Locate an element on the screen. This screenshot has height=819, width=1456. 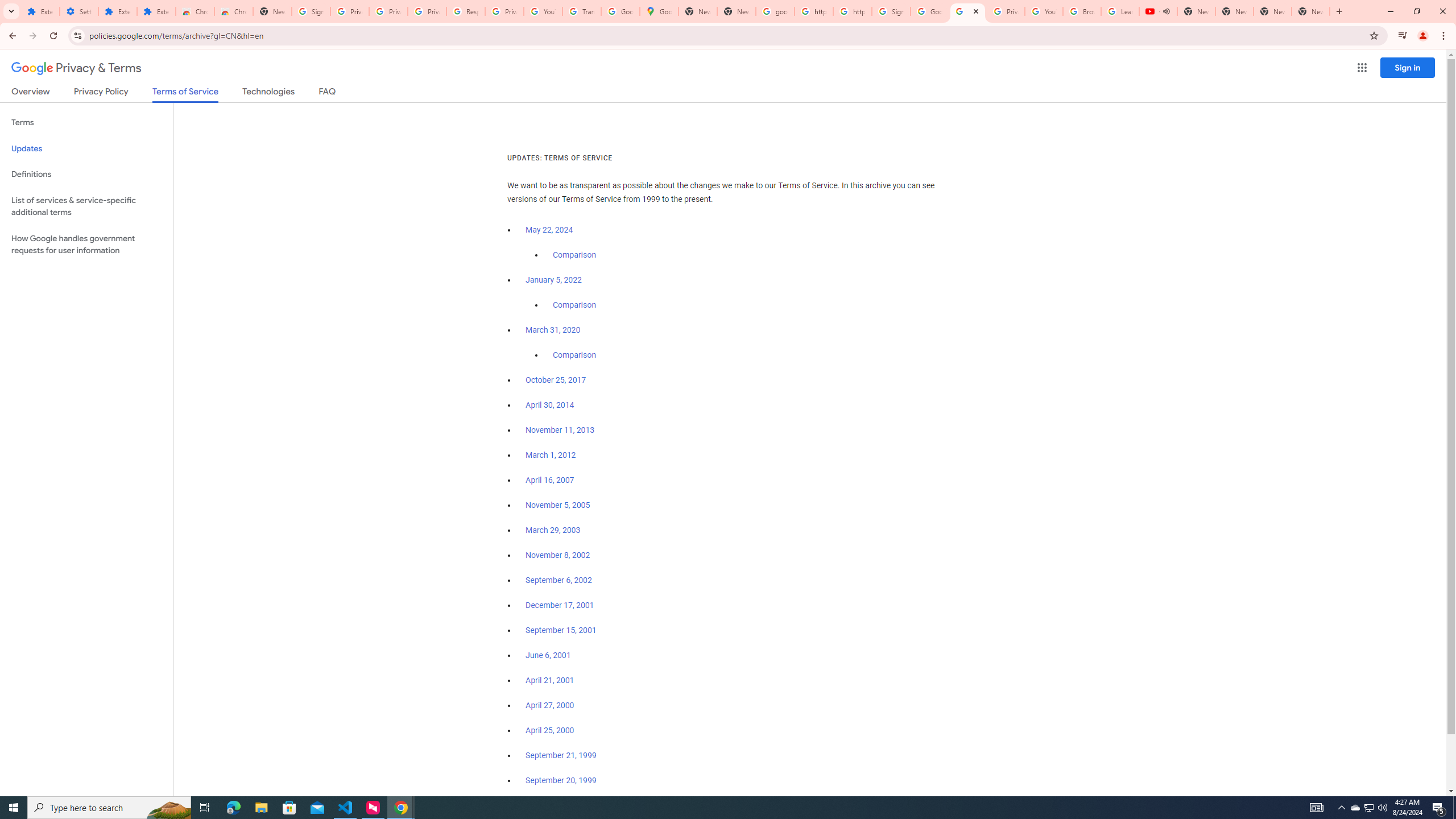
'https://scholar.google.com/' is located at coordinates (813, 11).